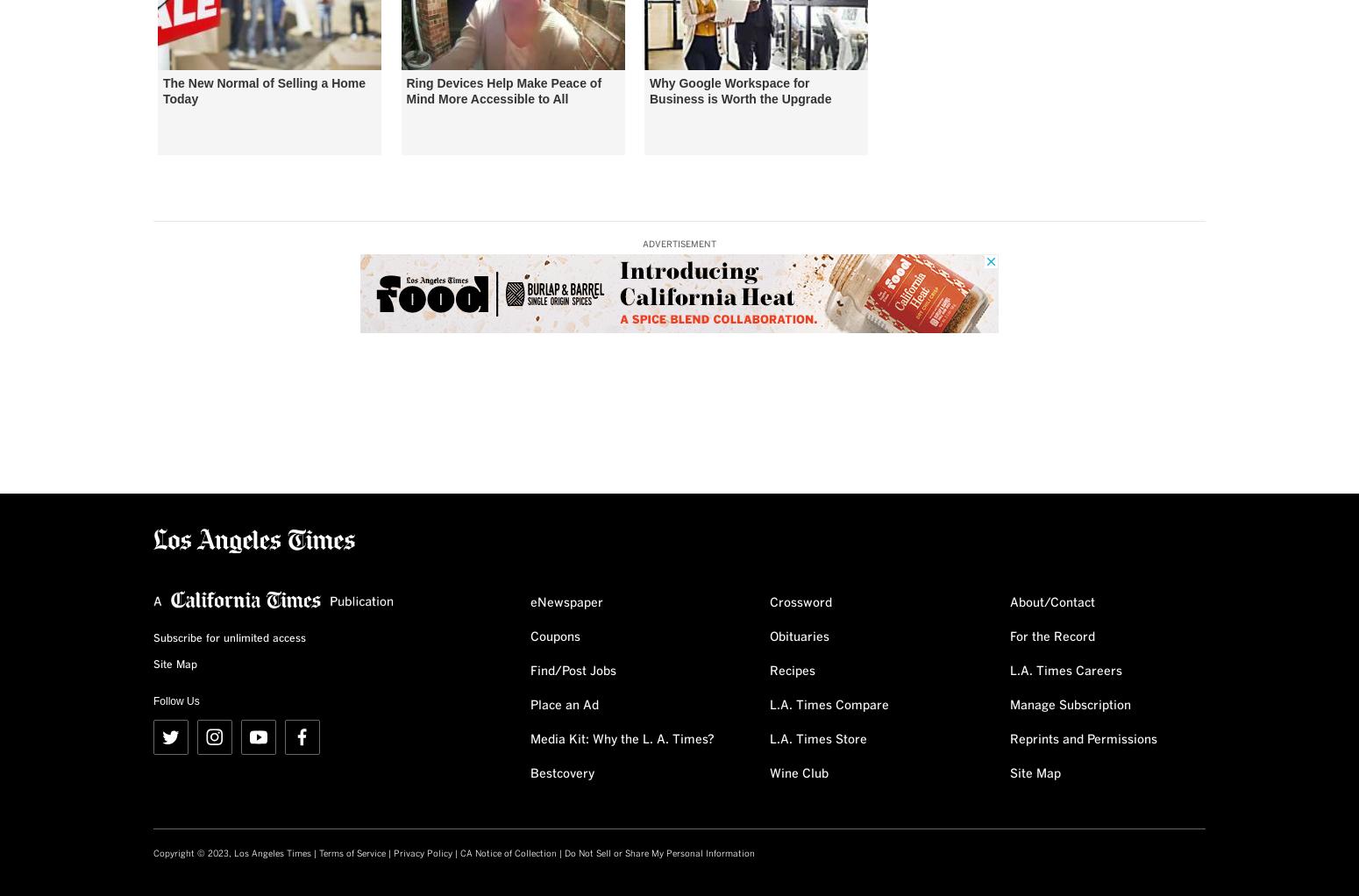 This screenshot has height=896, width=1359. Describe the element at coordinates (229, 638) in the screenshot. I see `'Subscribe for unlimited access'` at that location.